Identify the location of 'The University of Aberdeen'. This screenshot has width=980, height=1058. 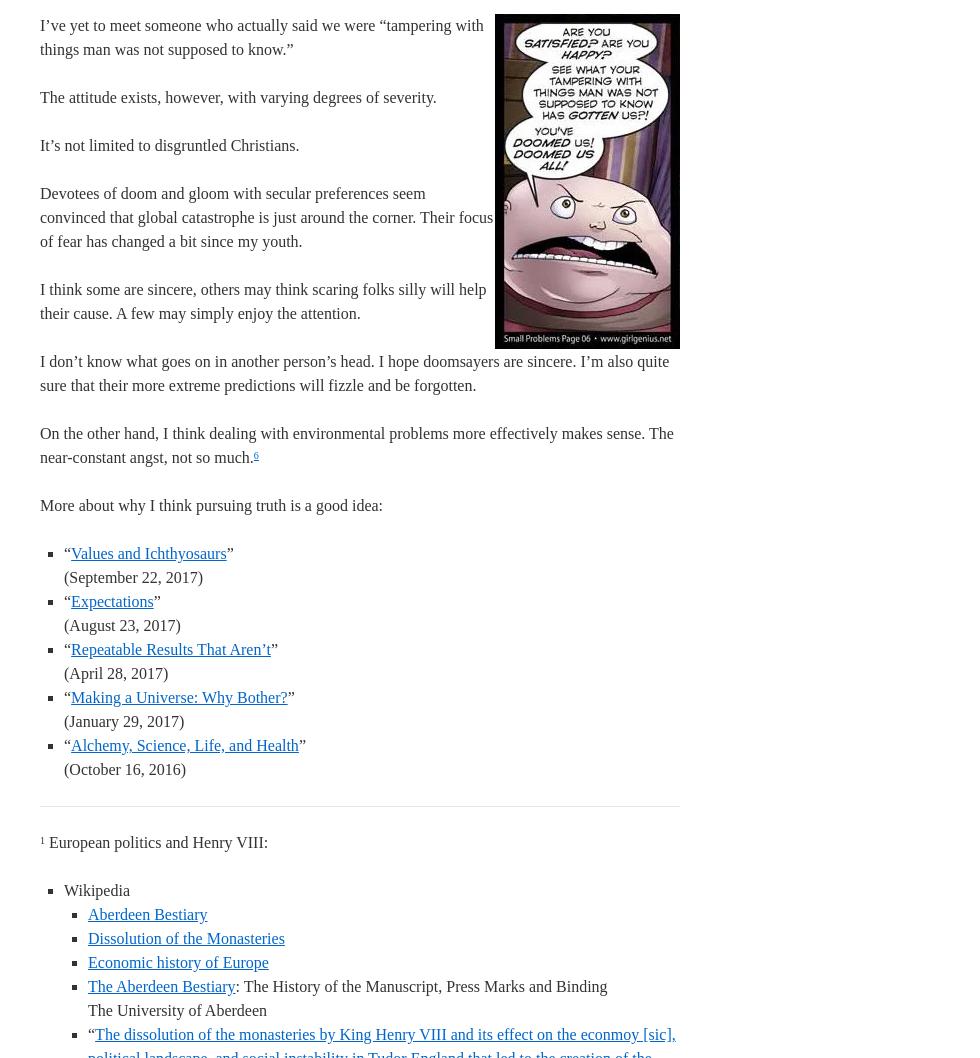
(88, 1009).